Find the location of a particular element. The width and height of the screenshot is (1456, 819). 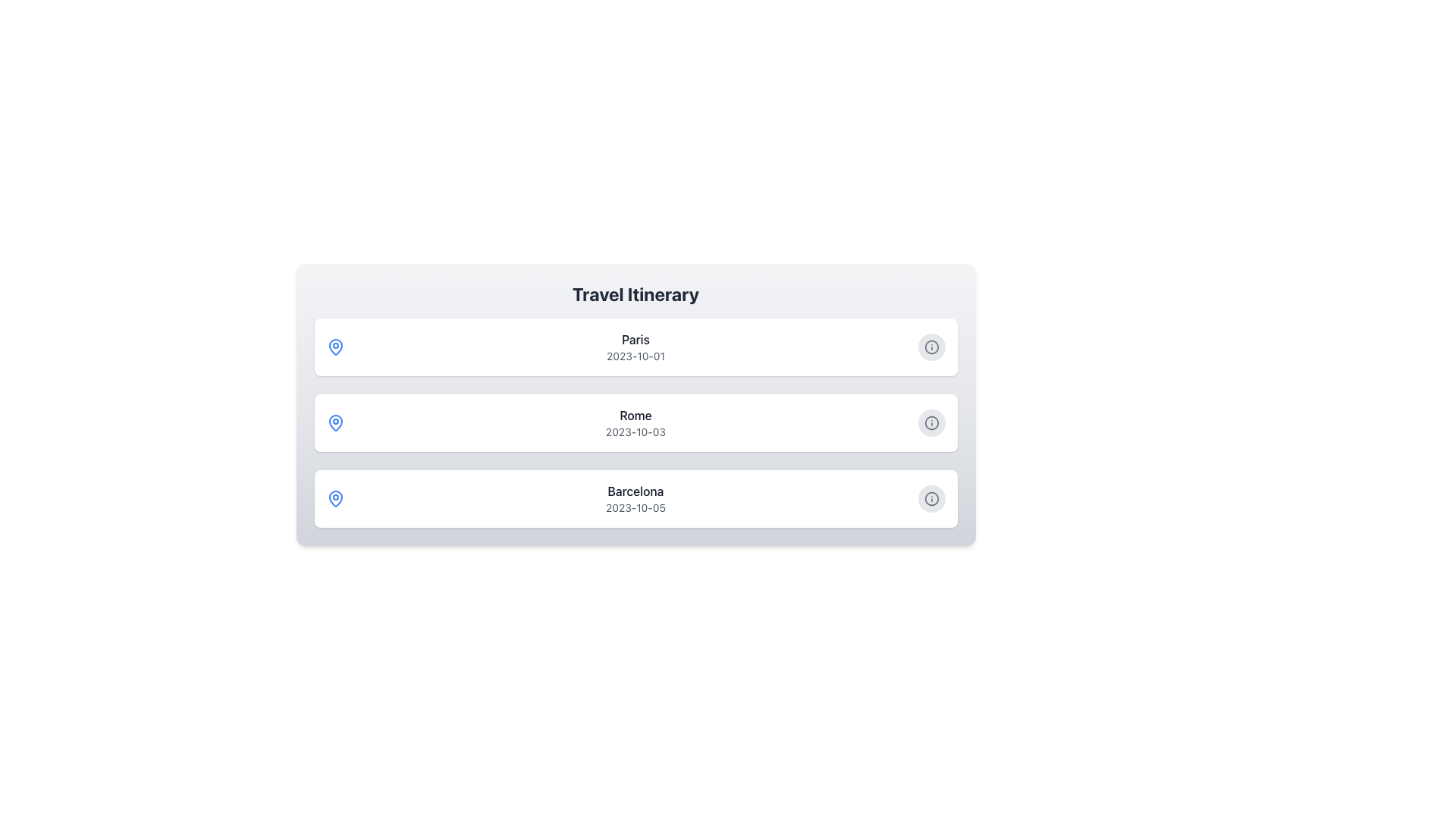

the circular button with a gray background and information icon, located to the right of the 'Paris' list item, to change its appearance is located at coordinates (930, 347).